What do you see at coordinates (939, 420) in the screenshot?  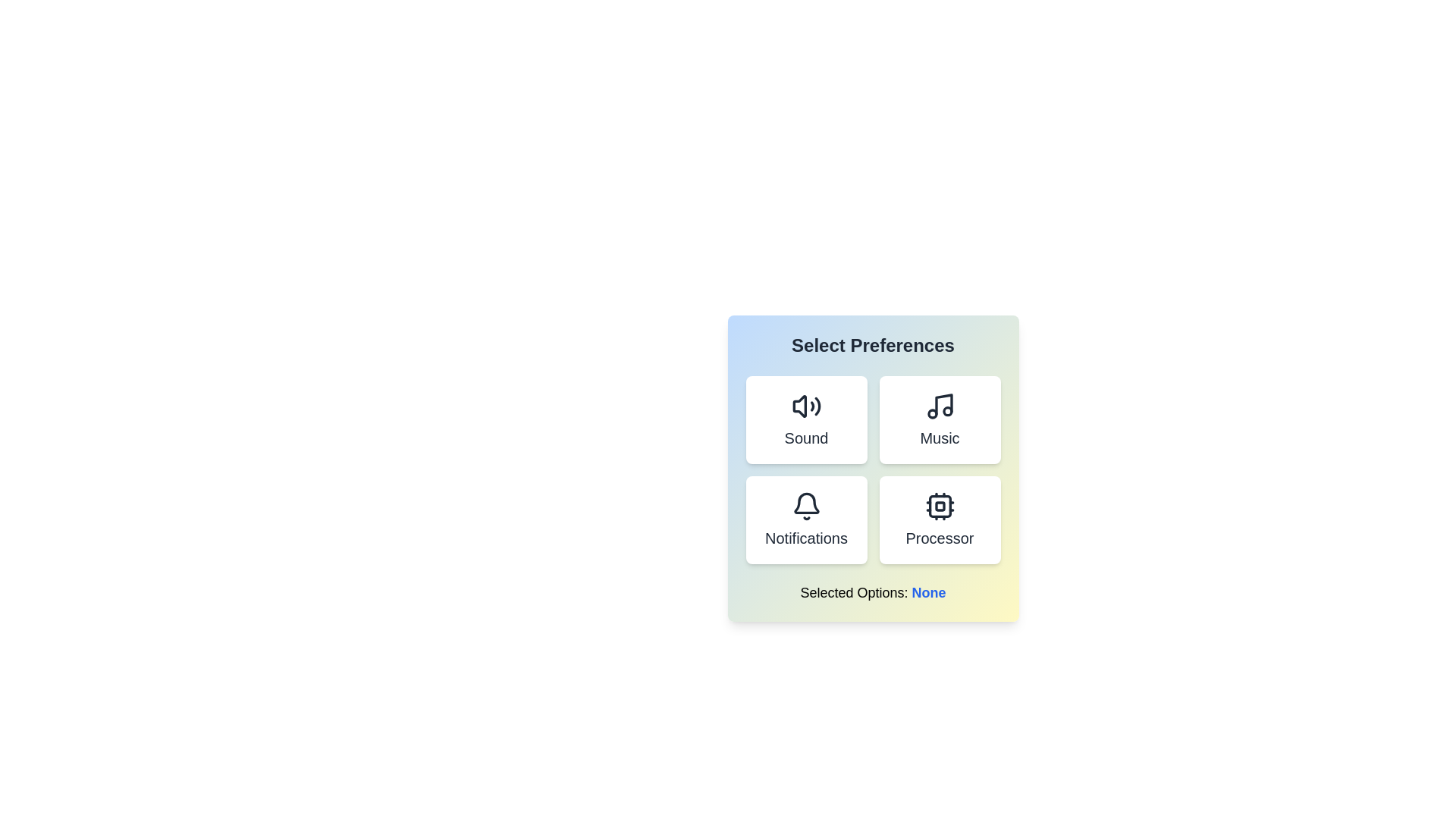 I see `the preference Music` at bounding box center [939, 420].